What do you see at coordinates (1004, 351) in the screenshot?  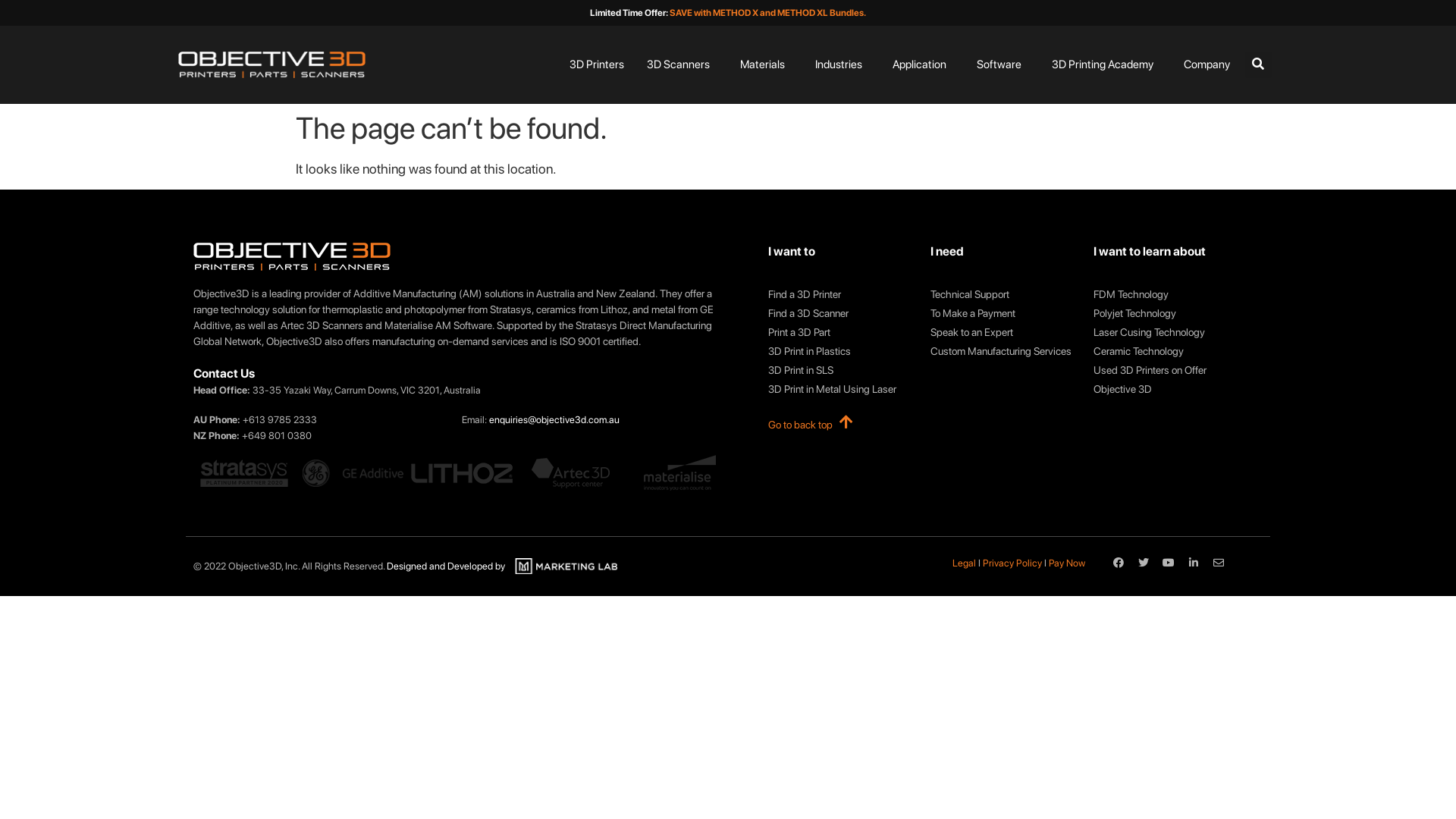 I see `'Custom Manufacturing Services'` at bounding box center [1004, 351].